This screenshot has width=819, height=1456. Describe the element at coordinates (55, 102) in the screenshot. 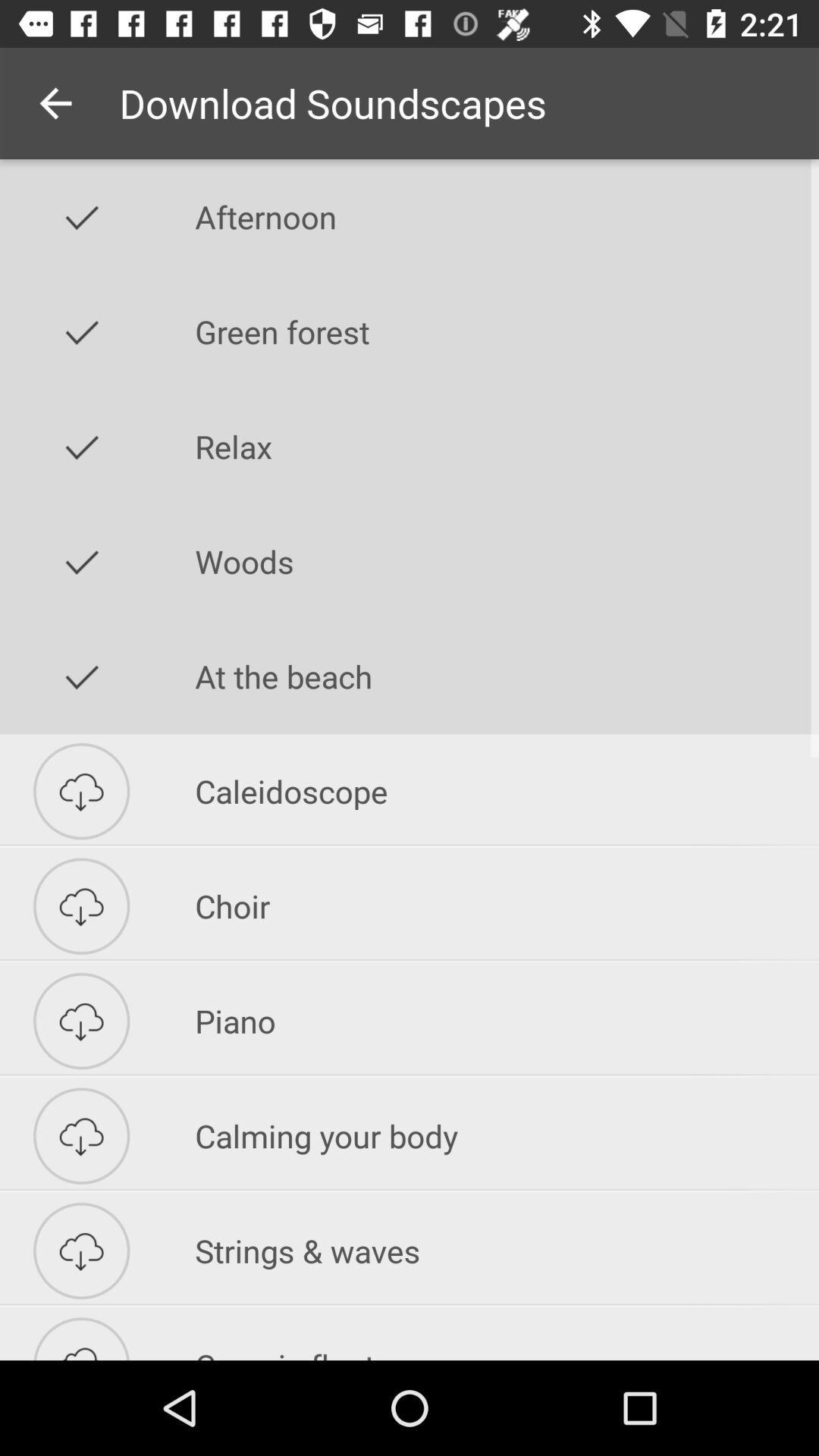

I see `icon to the left of the download soundscapes icon` at that location.